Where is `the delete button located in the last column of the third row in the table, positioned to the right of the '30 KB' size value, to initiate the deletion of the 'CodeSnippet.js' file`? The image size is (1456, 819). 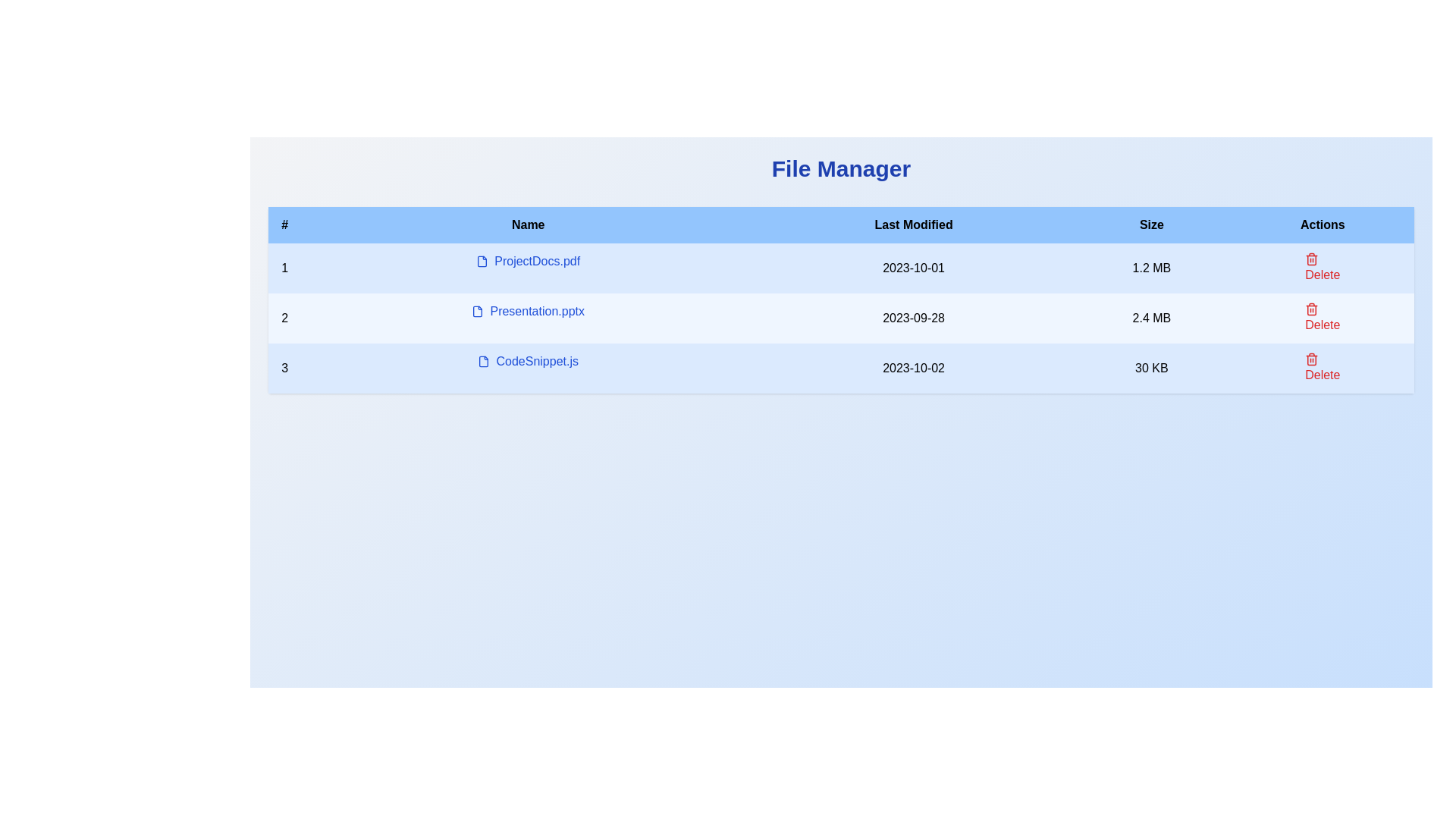 the delete button located in the last column of the third row in the table, positioned to the right of the '30 KB' size value, to initiate the deletion of the 'CodeSnippet.js' file is located at coordinates (1322, 369).